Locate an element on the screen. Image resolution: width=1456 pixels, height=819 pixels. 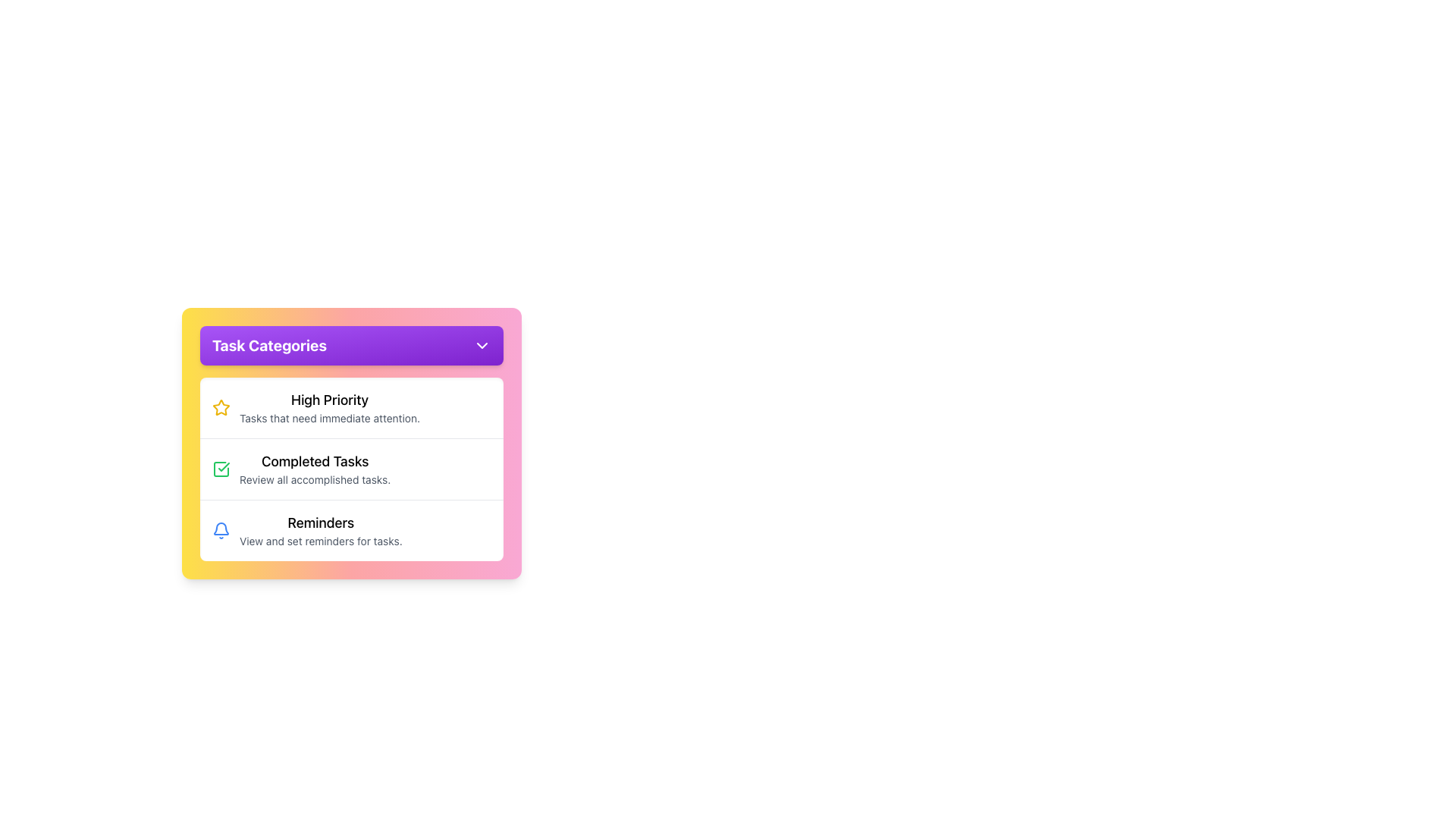
text of the second list item, which features a green check icon and includes the title 'Completed Tasks' and the description 'Review all accomplished tasks.' is located at coordinates (351, 468).